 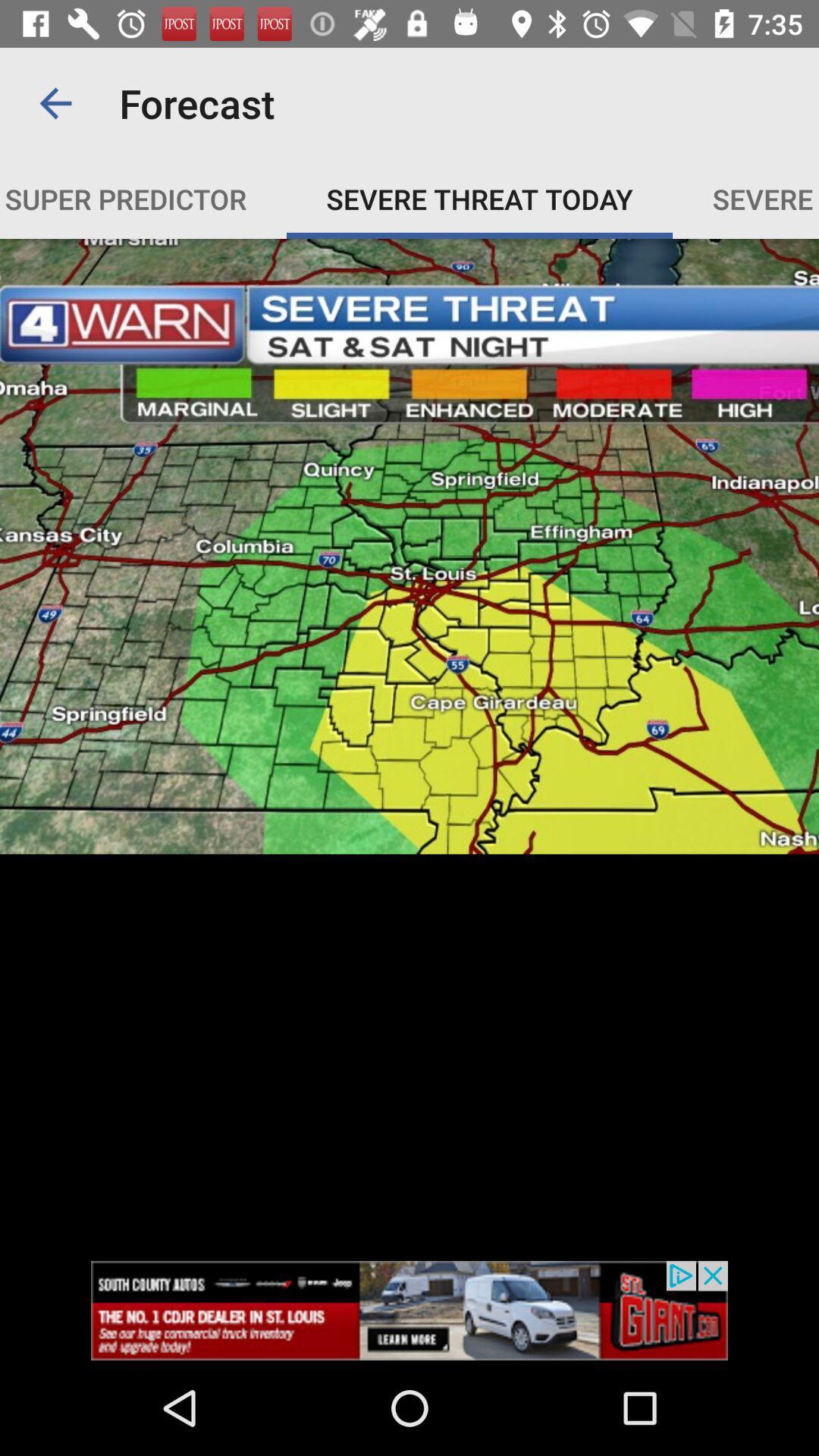 What do you see at coordinates (409, 1310) in the screenshot?
I see `open` at bounding box center [409, 1310].